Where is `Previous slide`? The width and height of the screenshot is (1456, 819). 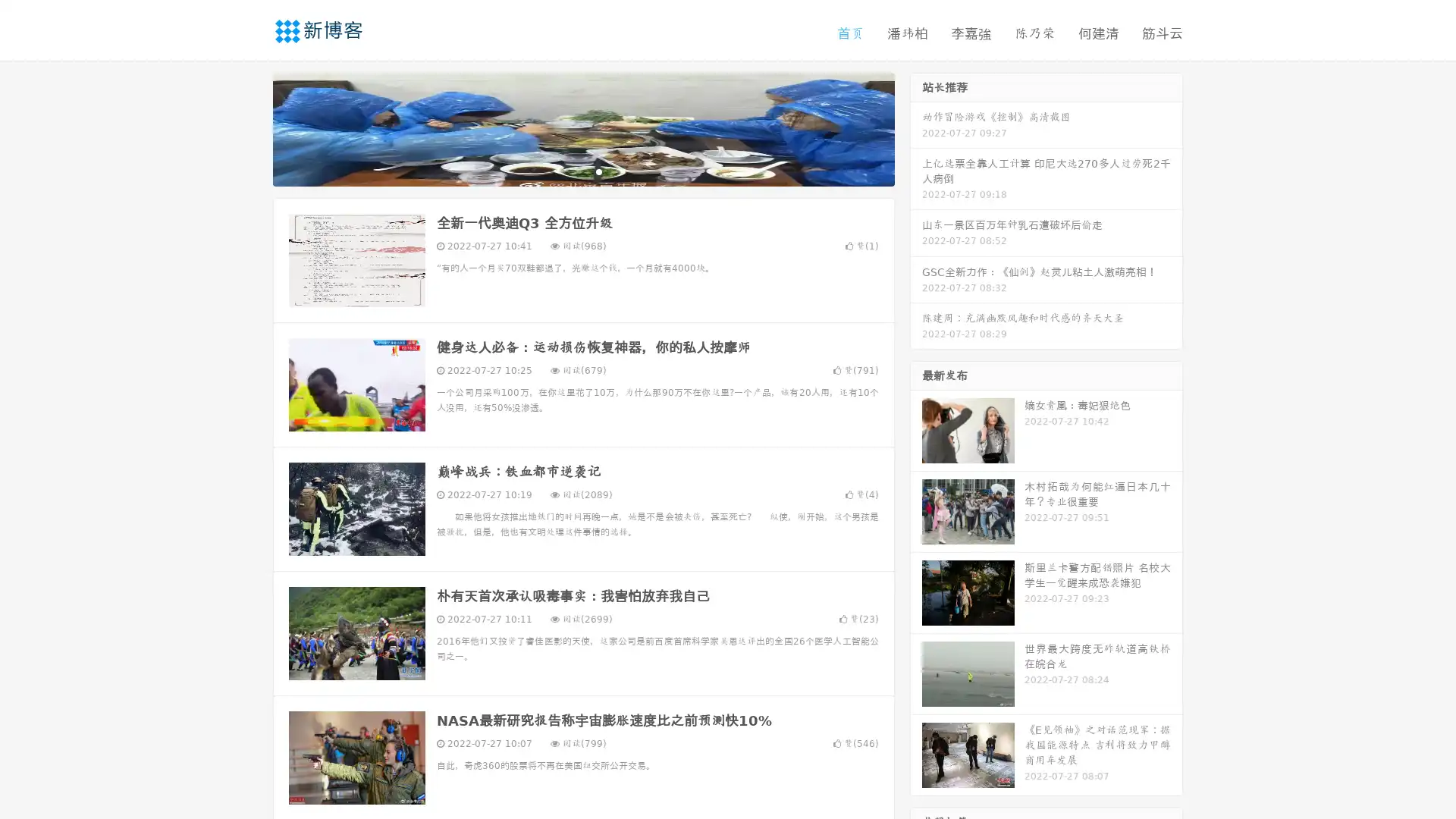 Previous slide is located at coordinates (250, 127).